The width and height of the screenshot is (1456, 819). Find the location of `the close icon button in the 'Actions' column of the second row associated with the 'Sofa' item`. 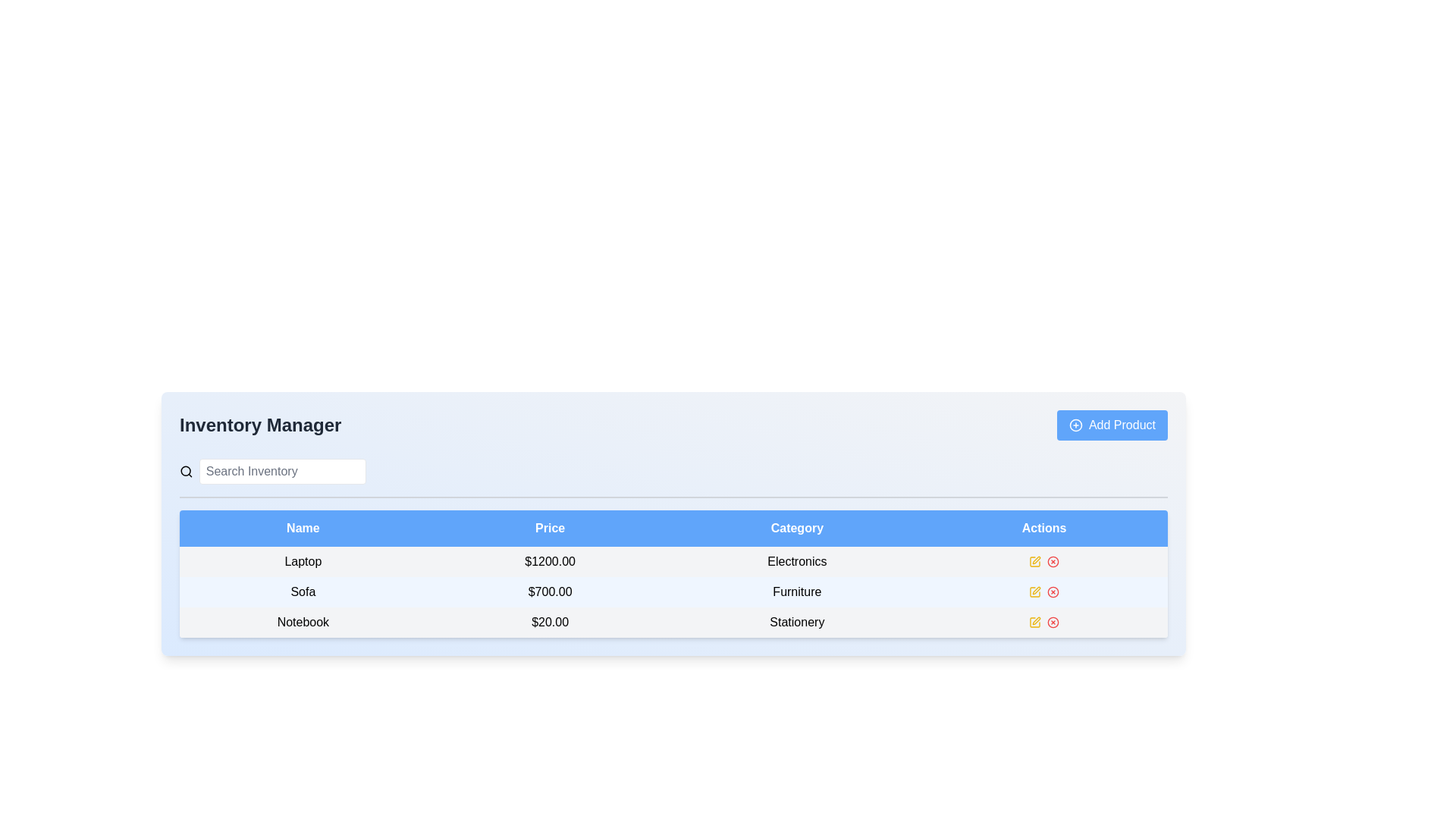

the close icon button in the 'Actions' column of the second row associated with the 'Sofa' item is located at coordinates (1053, 591).